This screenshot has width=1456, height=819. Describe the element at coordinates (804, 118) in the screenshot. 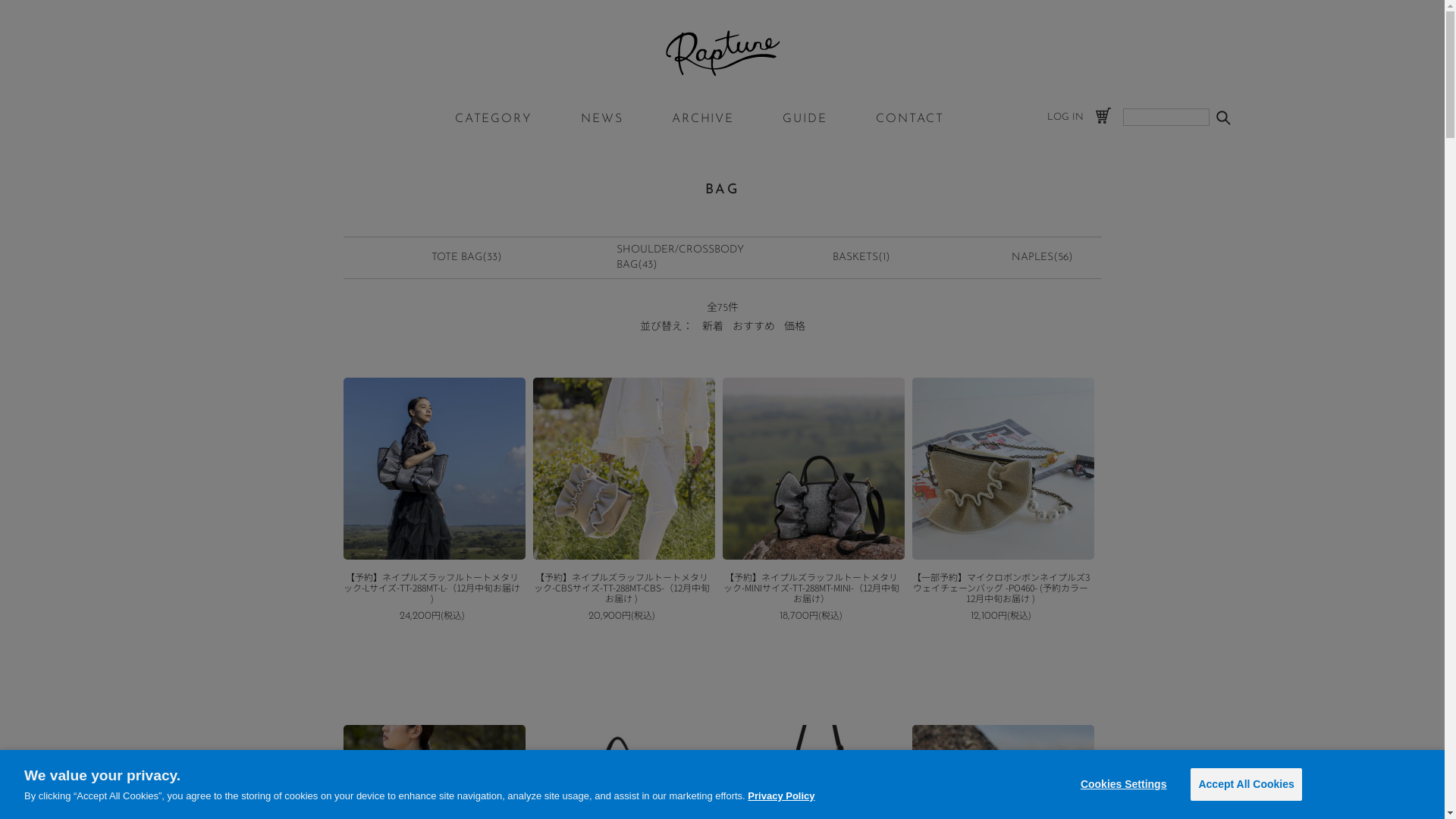

I see `'GUIDE'` at that location.